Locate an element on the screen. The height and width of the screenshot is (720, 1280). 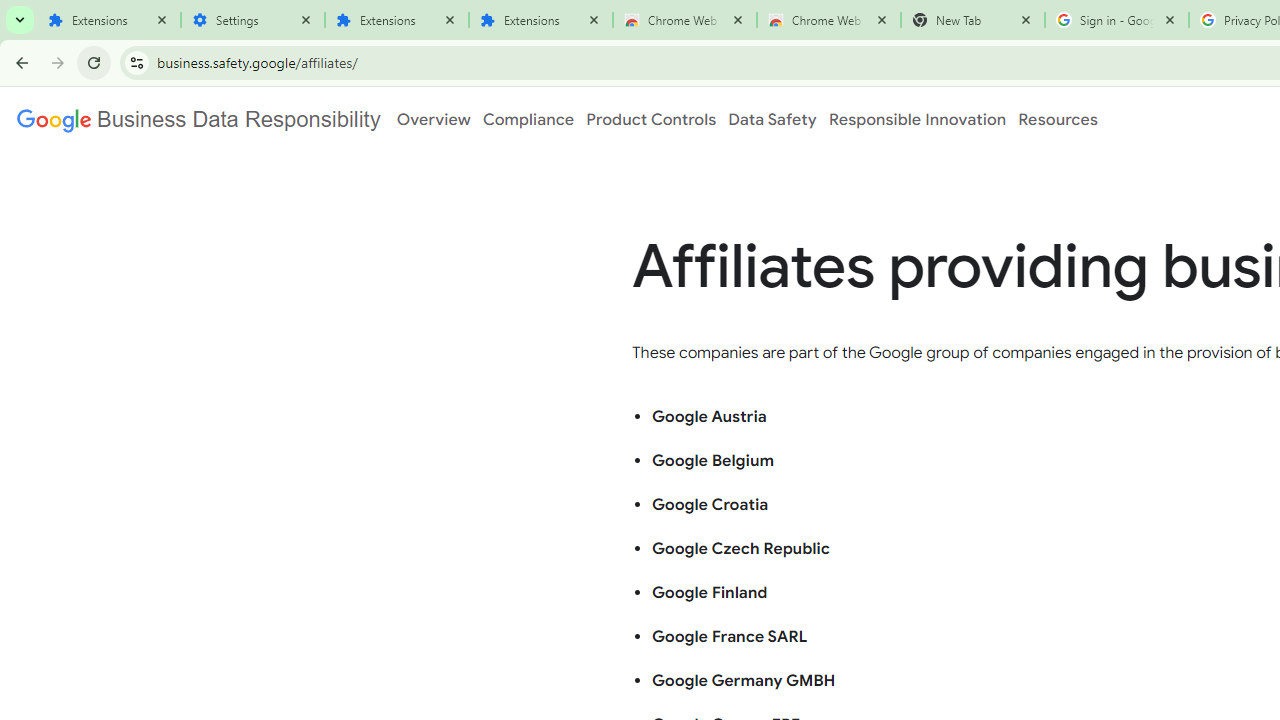
'Data Safety' is located at coordinates (771, 119).